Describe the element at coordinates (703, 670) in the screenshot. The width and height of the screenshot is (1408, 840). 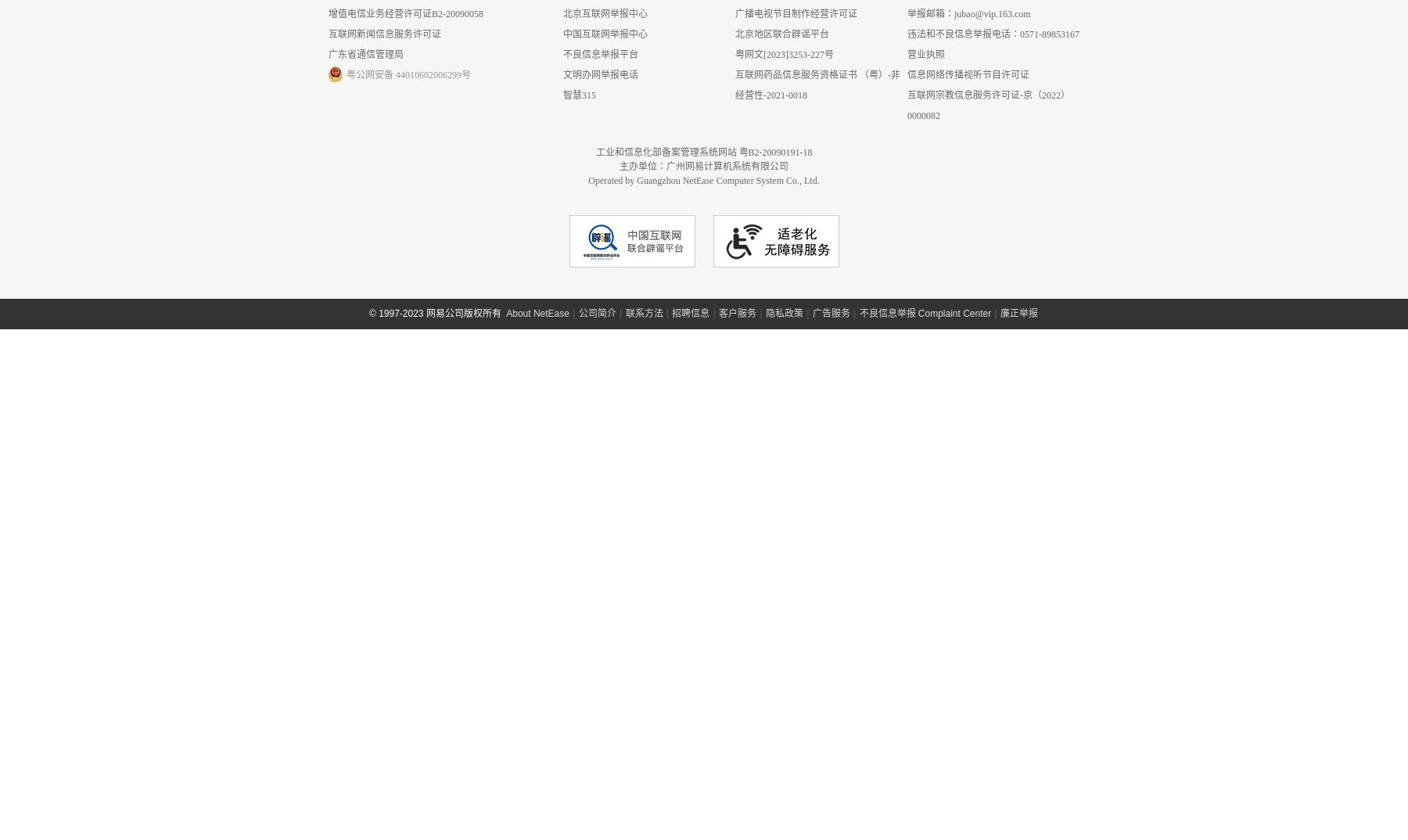
I see `'工业和信息化部备案管理系统网站 粤B2-20090191-18'` at that location.